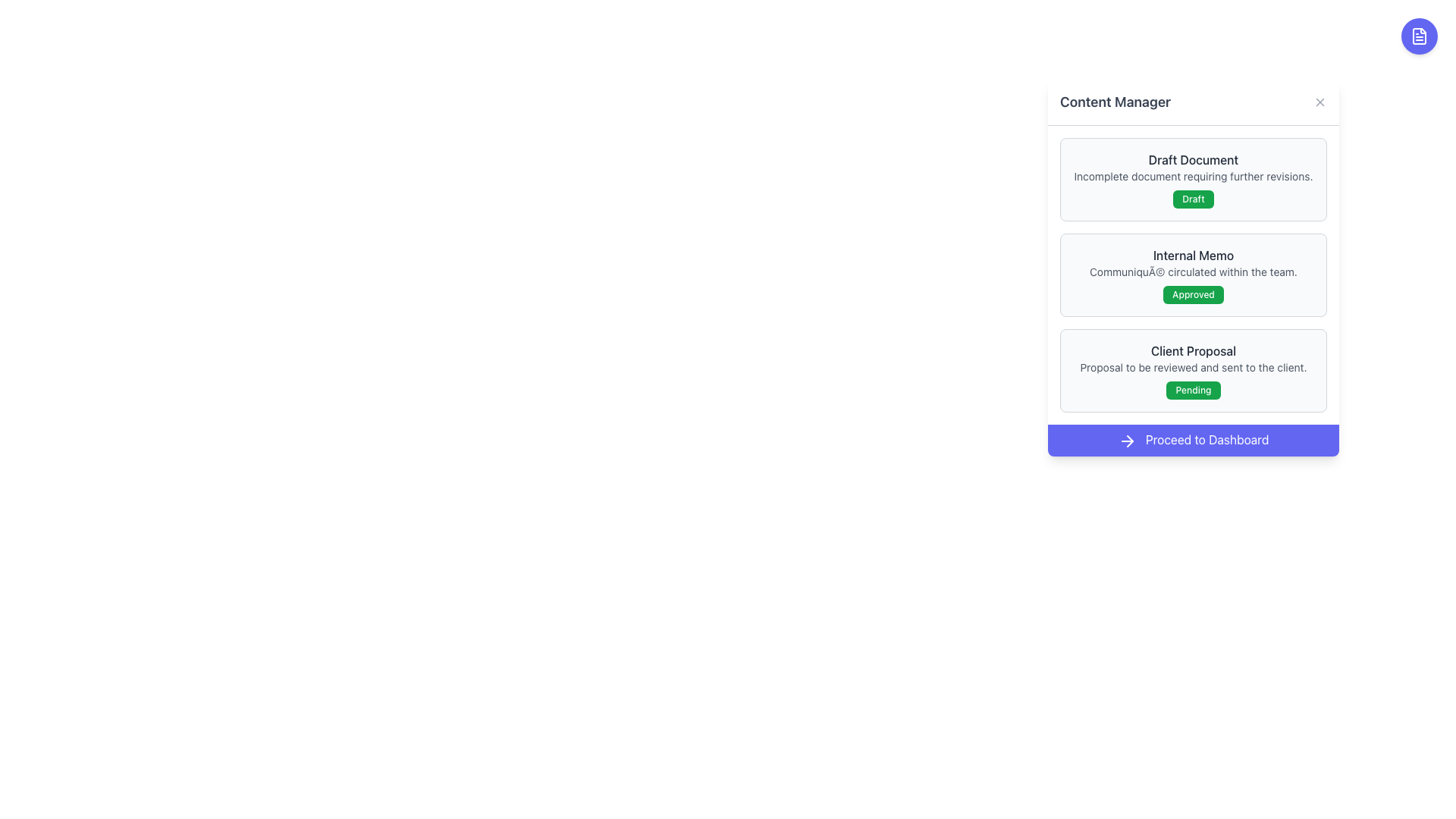  Describe the element at coordinates (1193, 390) in the screenshot. I see `the 'Pending' status label indicating the status of the 'Client Proposal' section located in the 'Content Manager' panel` at that location.